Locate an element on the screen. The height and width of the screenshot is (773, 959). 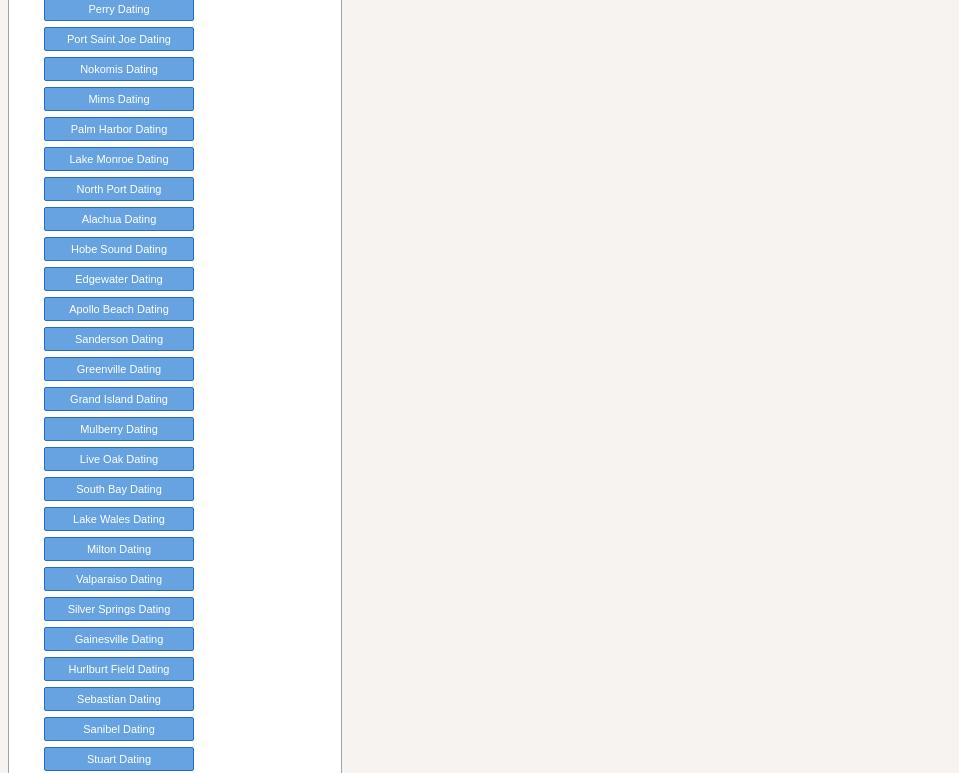
'Port Saint Joe Dating' is located at coordinates (118, 38).